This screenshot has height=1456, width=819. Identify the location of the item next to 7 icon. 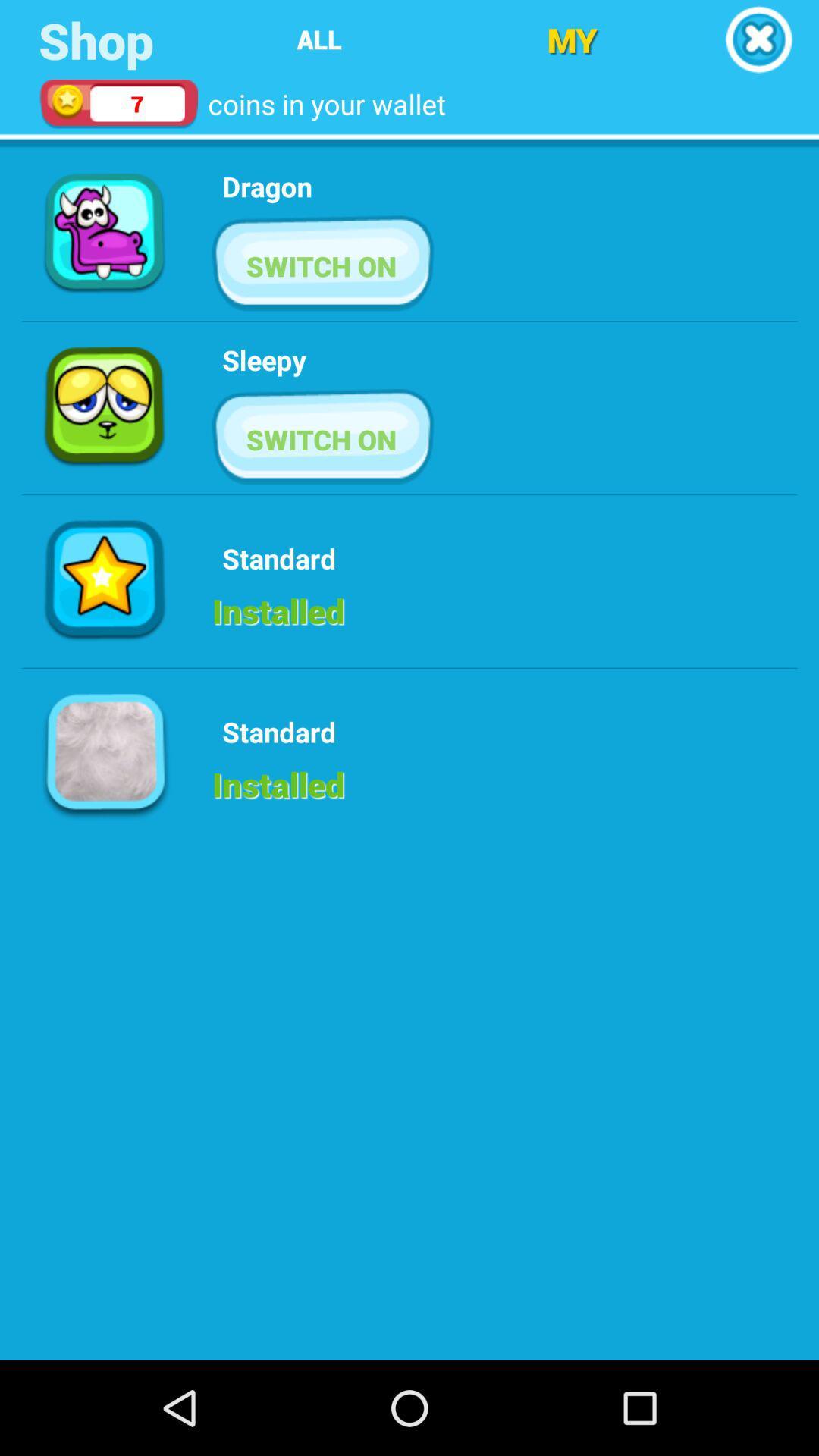
(318, 39).